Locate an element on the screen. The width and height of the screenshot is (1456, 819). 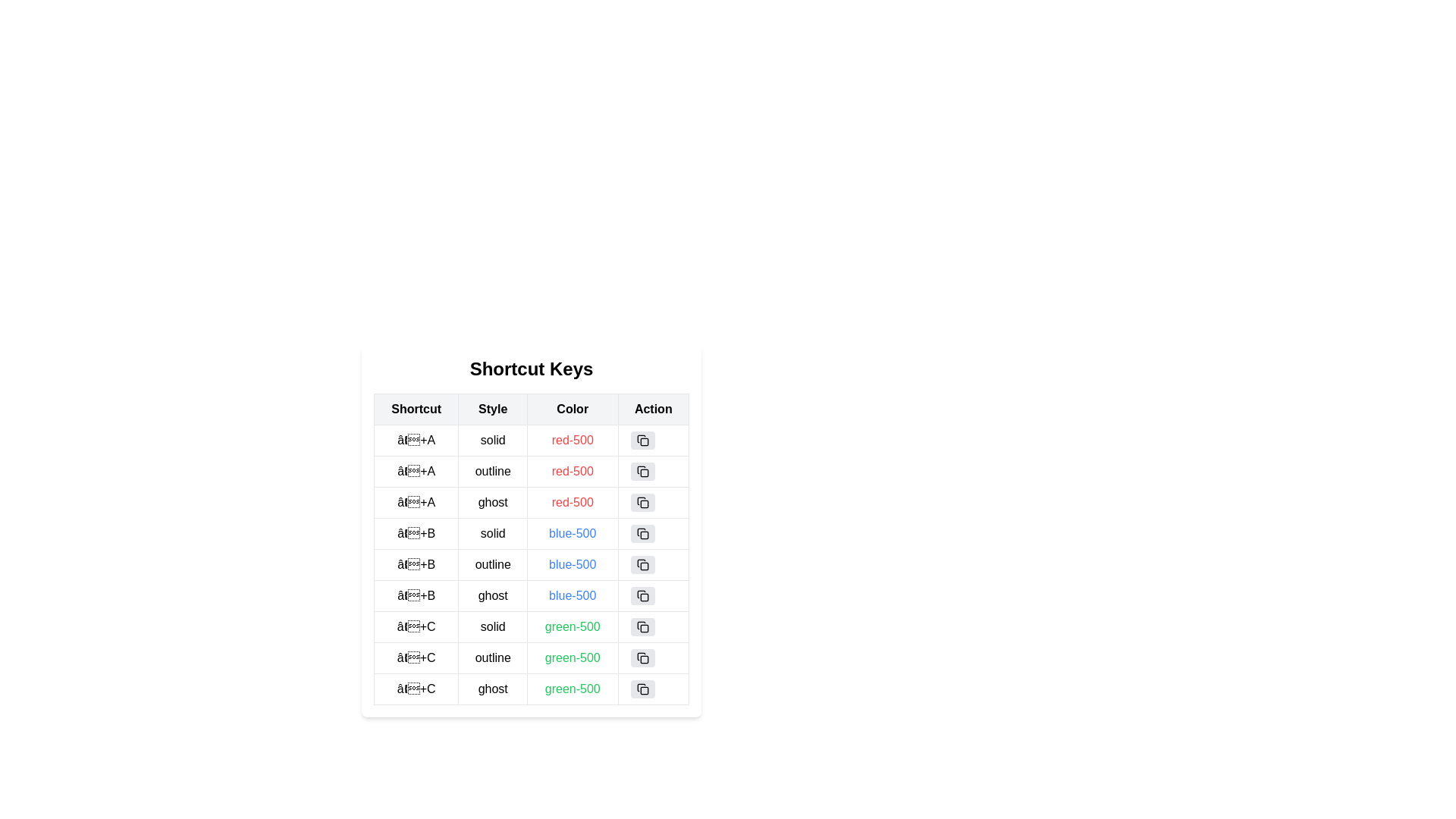
the first copy button in the second row of the table located in the 'Action' column, which has a light gray background and an icon of overlapping squares is located at coordinates (642, 470).